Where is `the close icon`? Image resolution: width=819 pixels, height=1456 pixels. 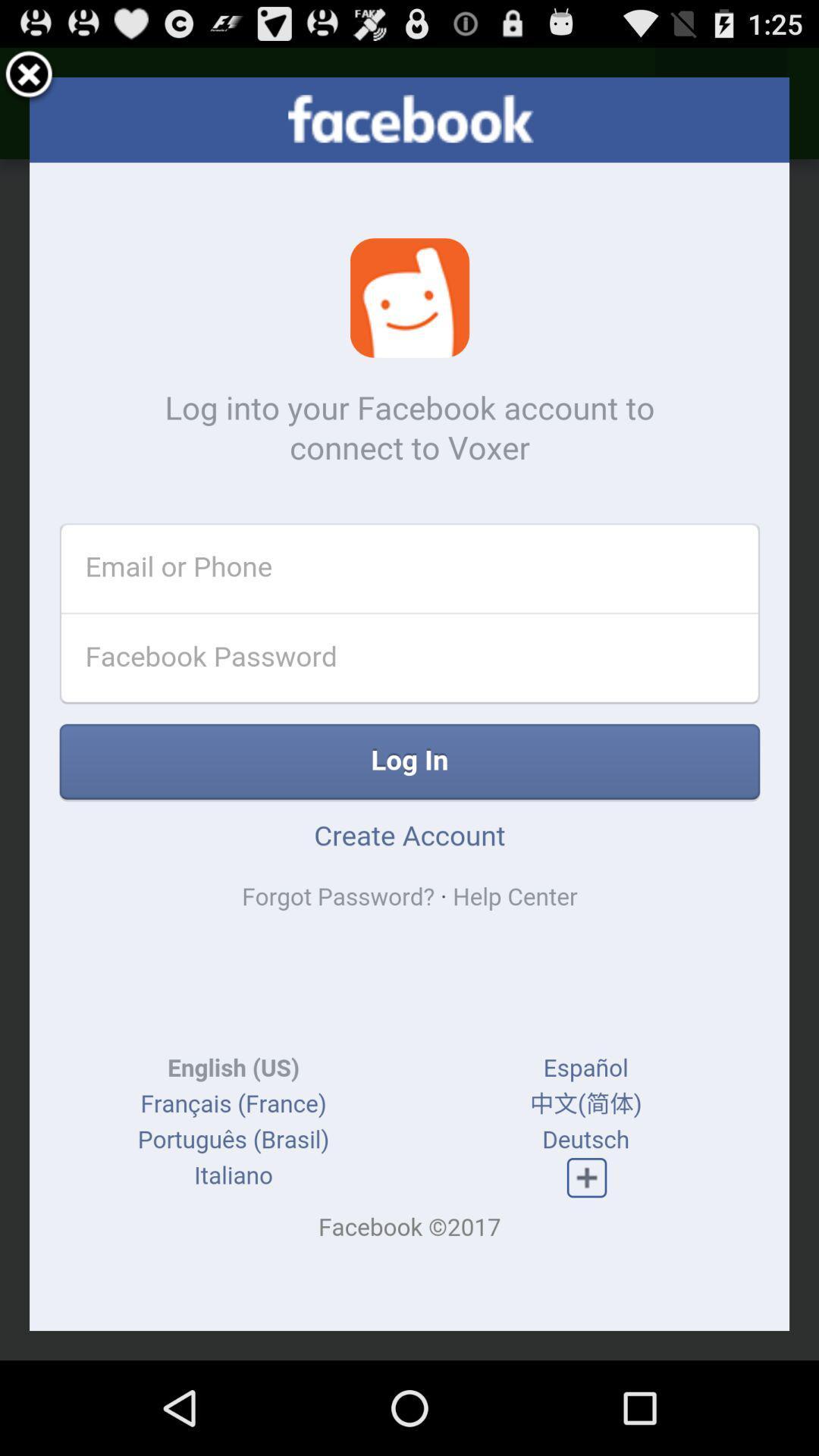
the close icon is located at coordinates (29, 81).